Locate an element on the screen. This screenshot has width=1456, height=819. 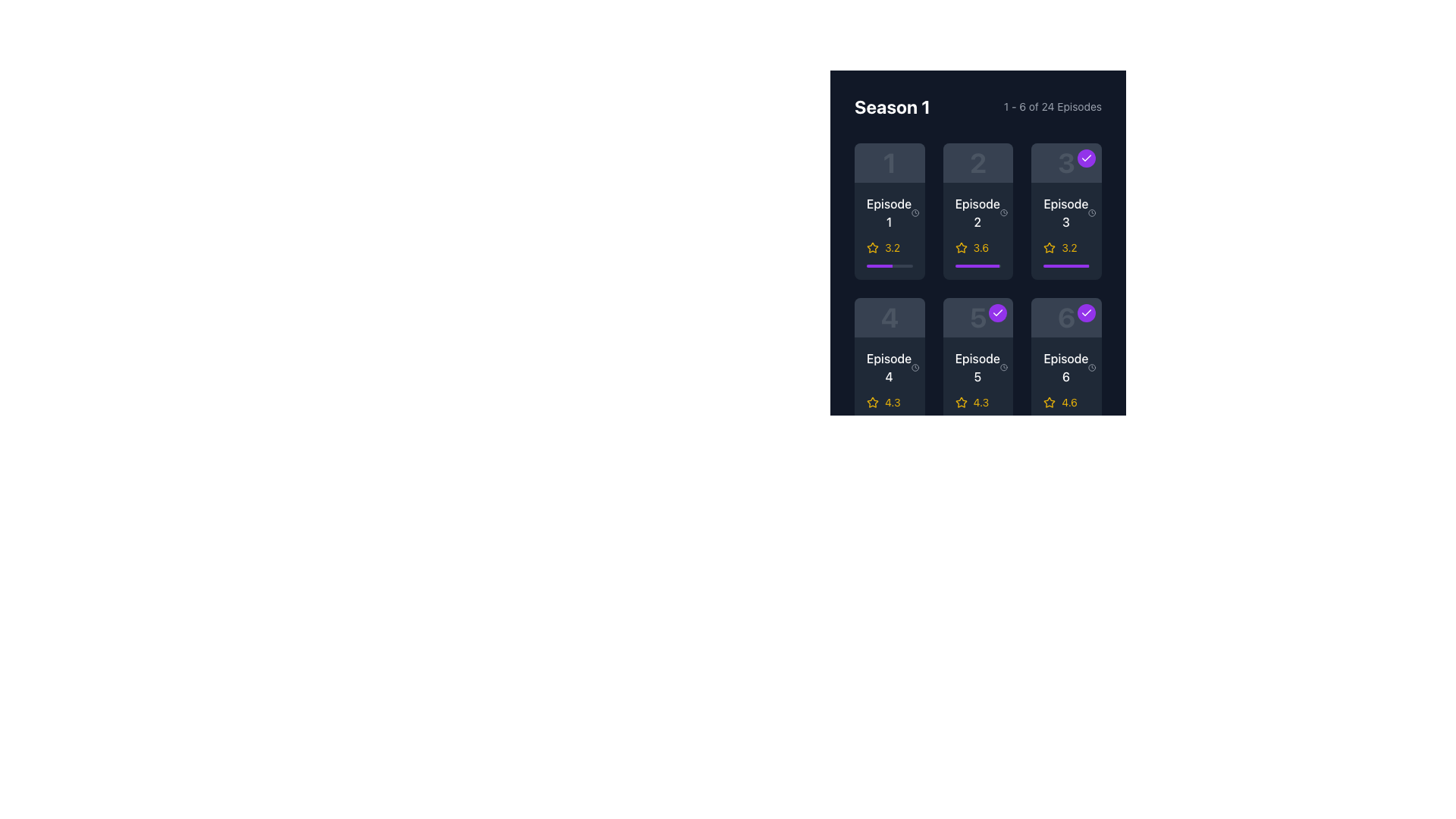
the progress bar indicating the completion status for 'Episode 3', located at the bottom section of the card just below the star rating is located at coordinates (1065, 265).